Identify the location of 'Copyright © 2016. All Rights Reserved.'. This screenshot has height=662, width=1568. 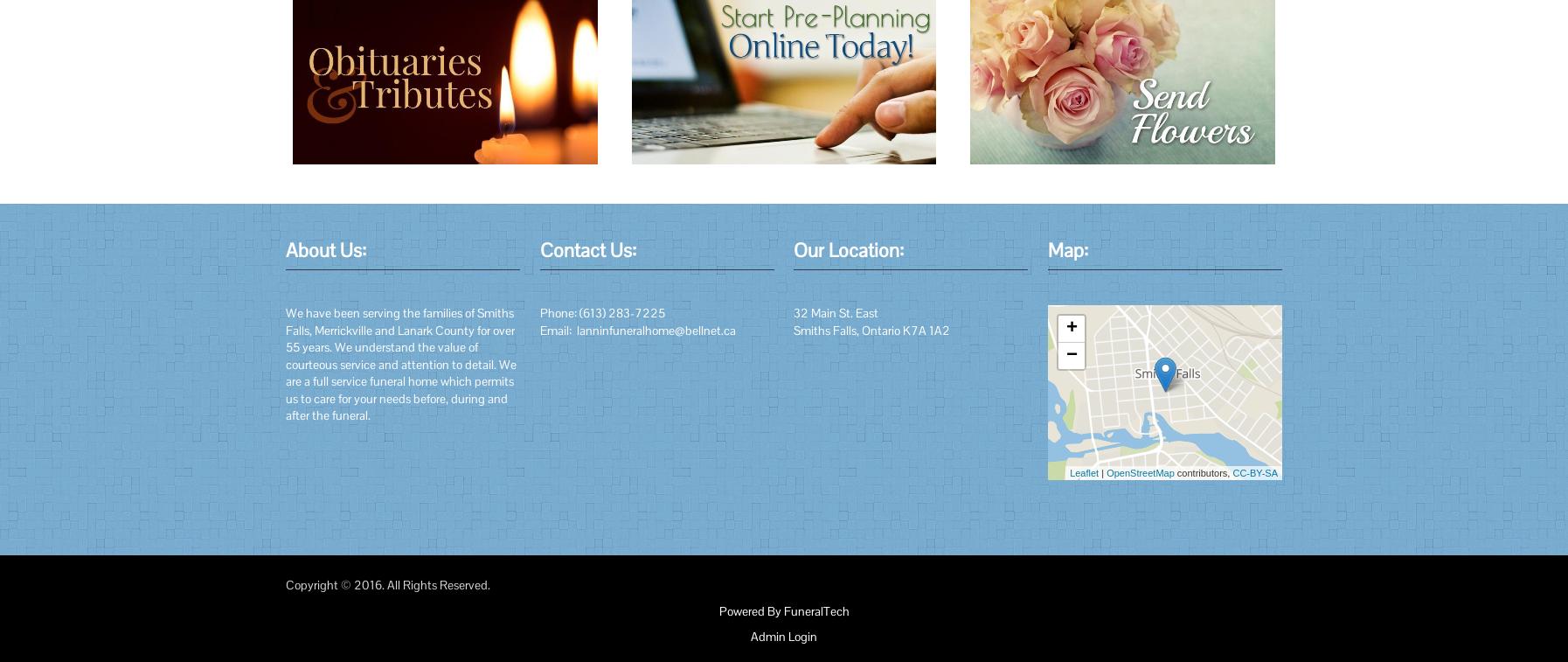
(387, 583).